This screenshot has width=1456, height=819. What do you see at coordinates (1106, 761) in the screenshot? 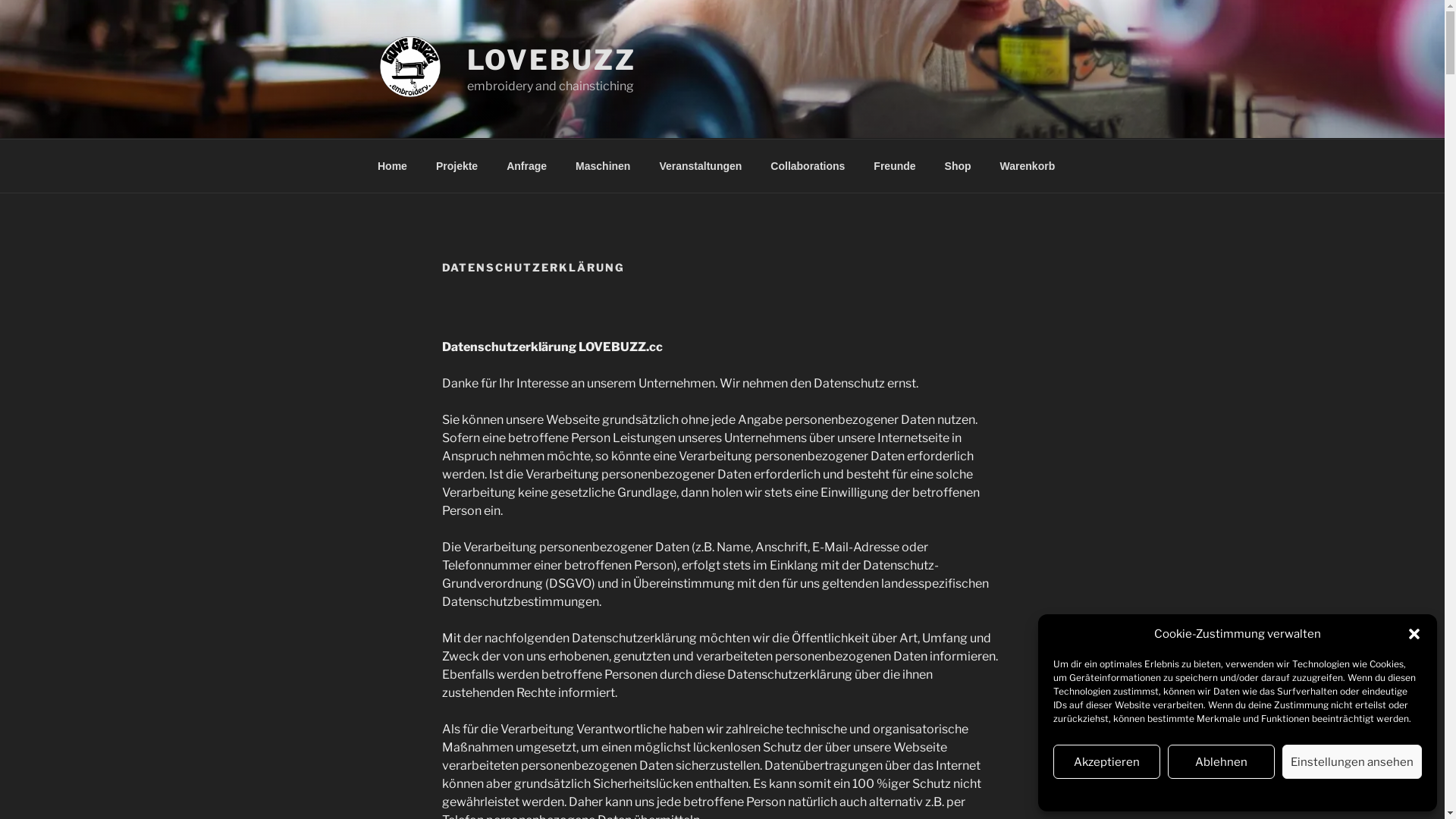
I see `'Akzeptieren'` at bounding box center [1106, 761].